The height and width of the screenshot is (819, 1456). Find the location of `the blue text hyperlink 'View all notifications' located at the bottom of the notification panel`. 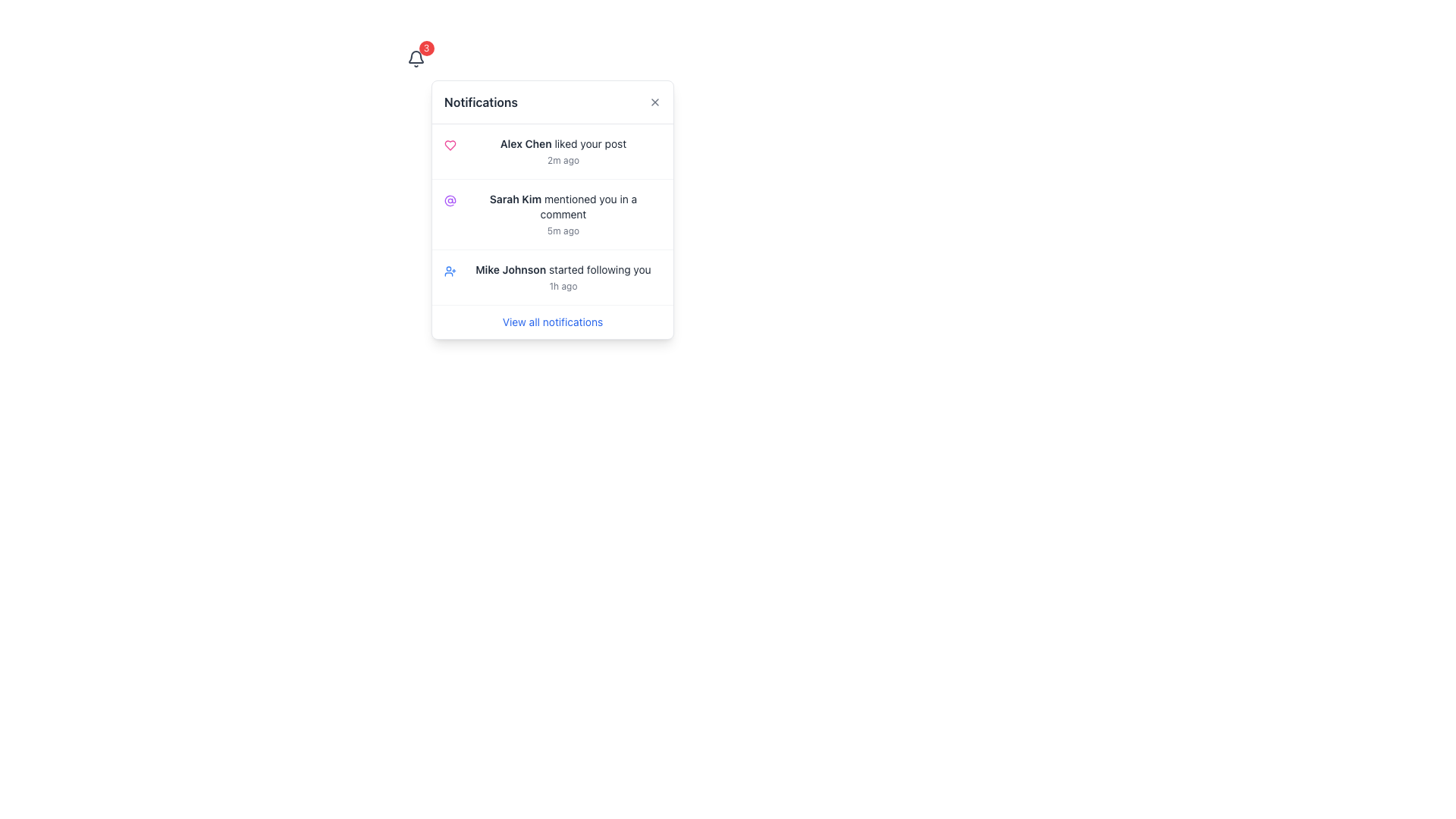

the blue text hyperlink 'View all notifications' located at the bottom of the notification panel is located at coordinates (552, 321).